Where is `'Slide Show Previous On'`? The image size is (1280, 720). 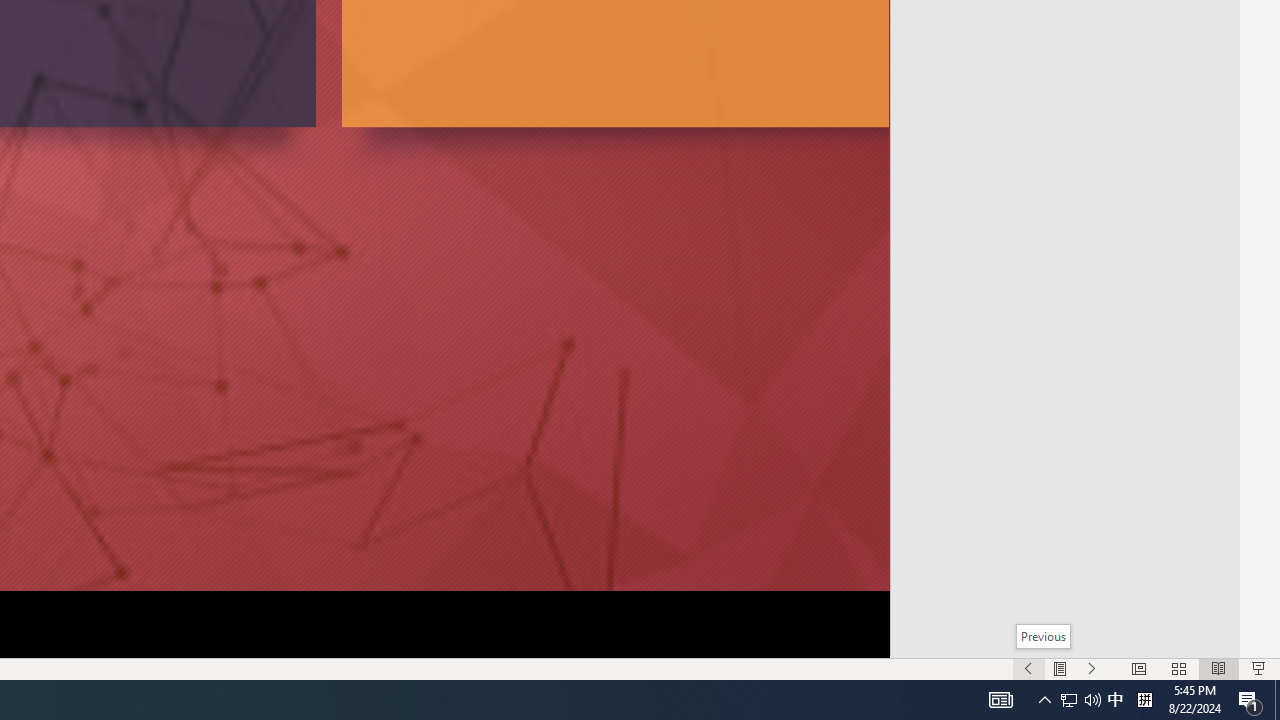
'Slide Show Previous On' is located at coordinates (1028, 669).